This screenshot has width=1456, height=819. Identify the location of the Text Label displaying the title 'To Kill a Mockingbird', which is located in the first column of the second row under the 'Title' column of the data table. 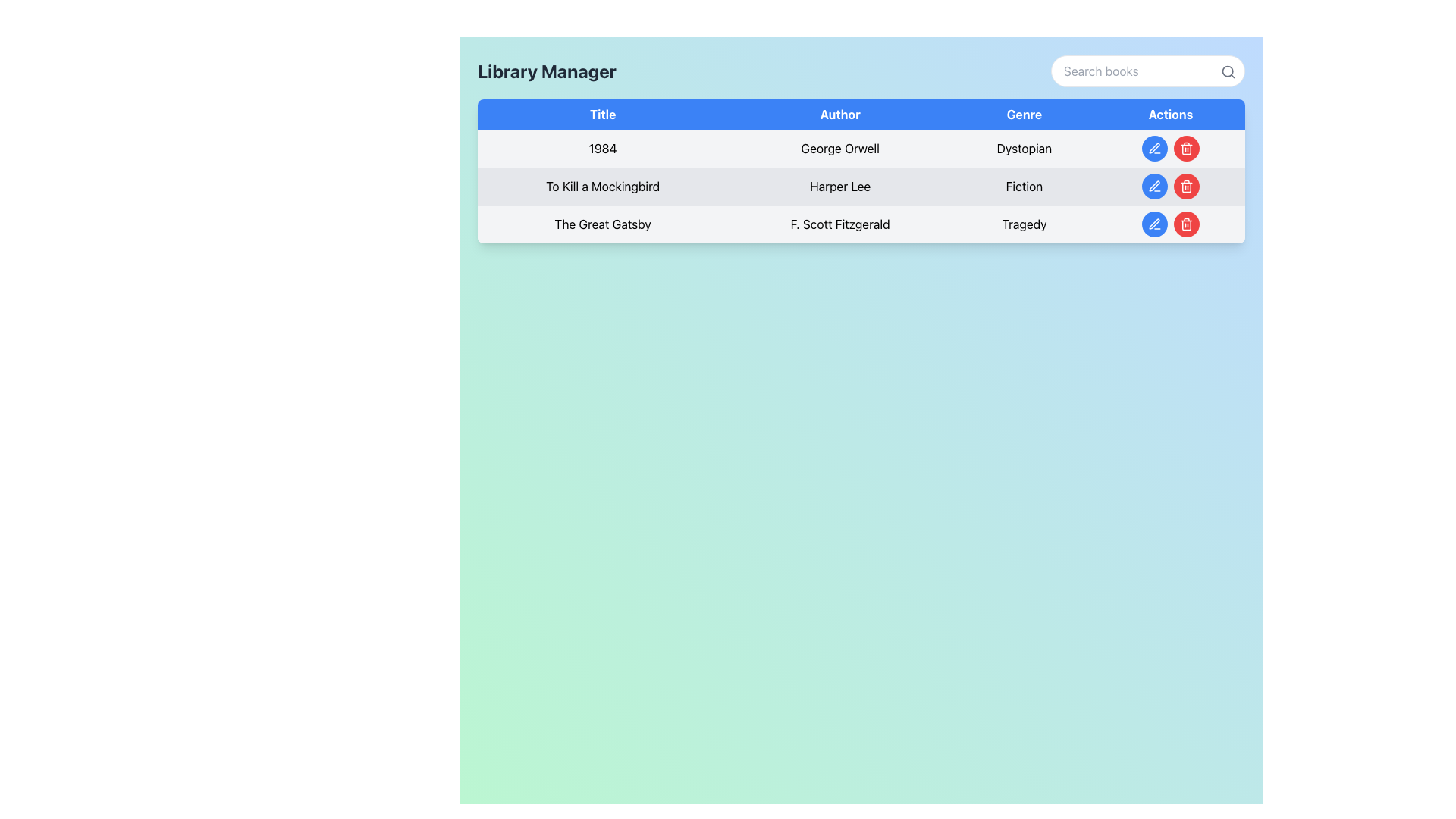
(602, 186).